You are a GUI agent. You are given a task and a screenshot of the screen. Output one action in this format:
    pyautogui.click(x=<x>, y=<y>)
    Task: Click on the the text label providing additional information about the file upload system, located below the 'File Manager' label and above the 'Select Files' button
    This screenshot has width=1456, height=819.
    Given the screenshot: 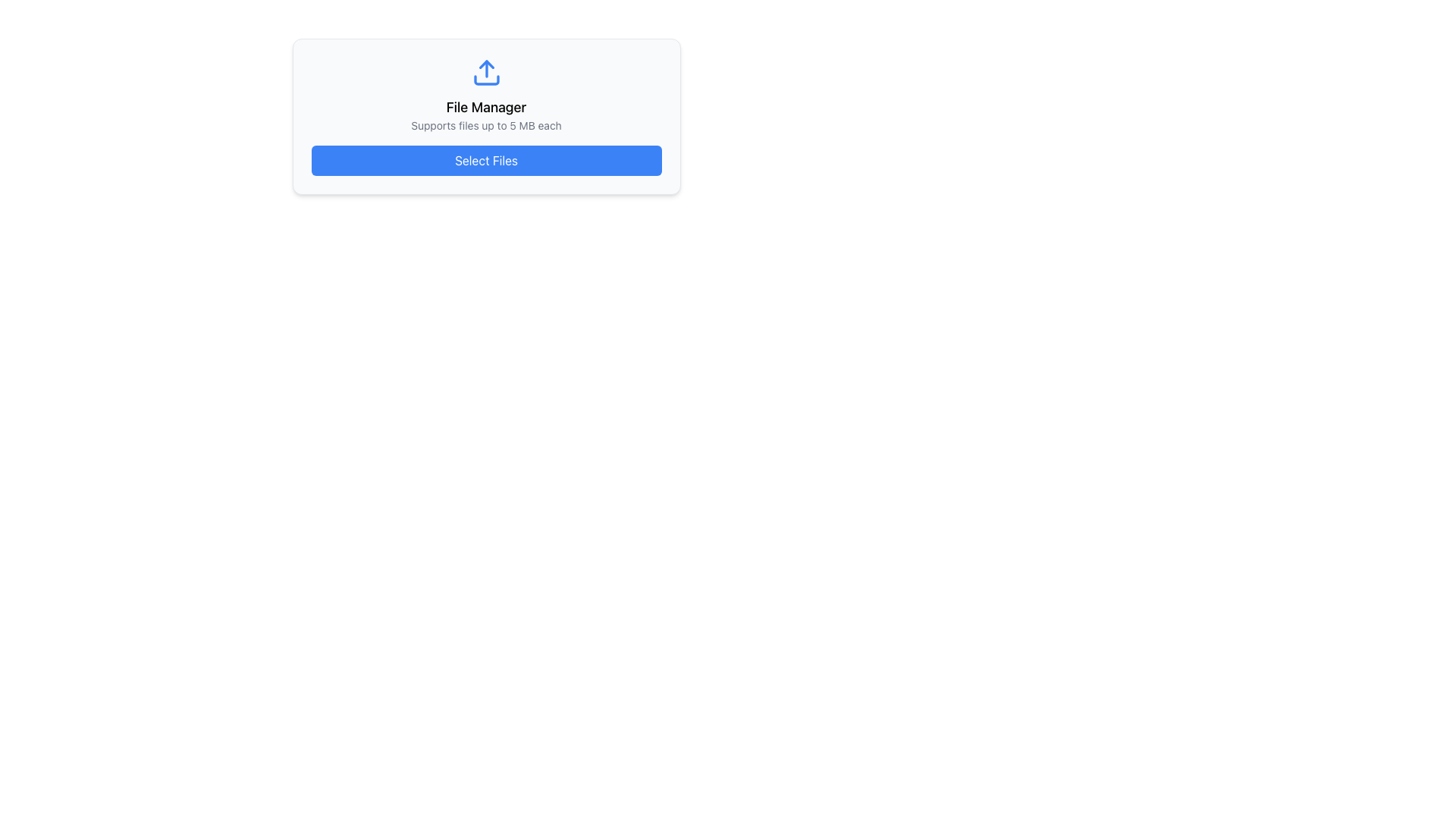 What is the action you would take?
    pyautogui.click(x=486, y=124)
    